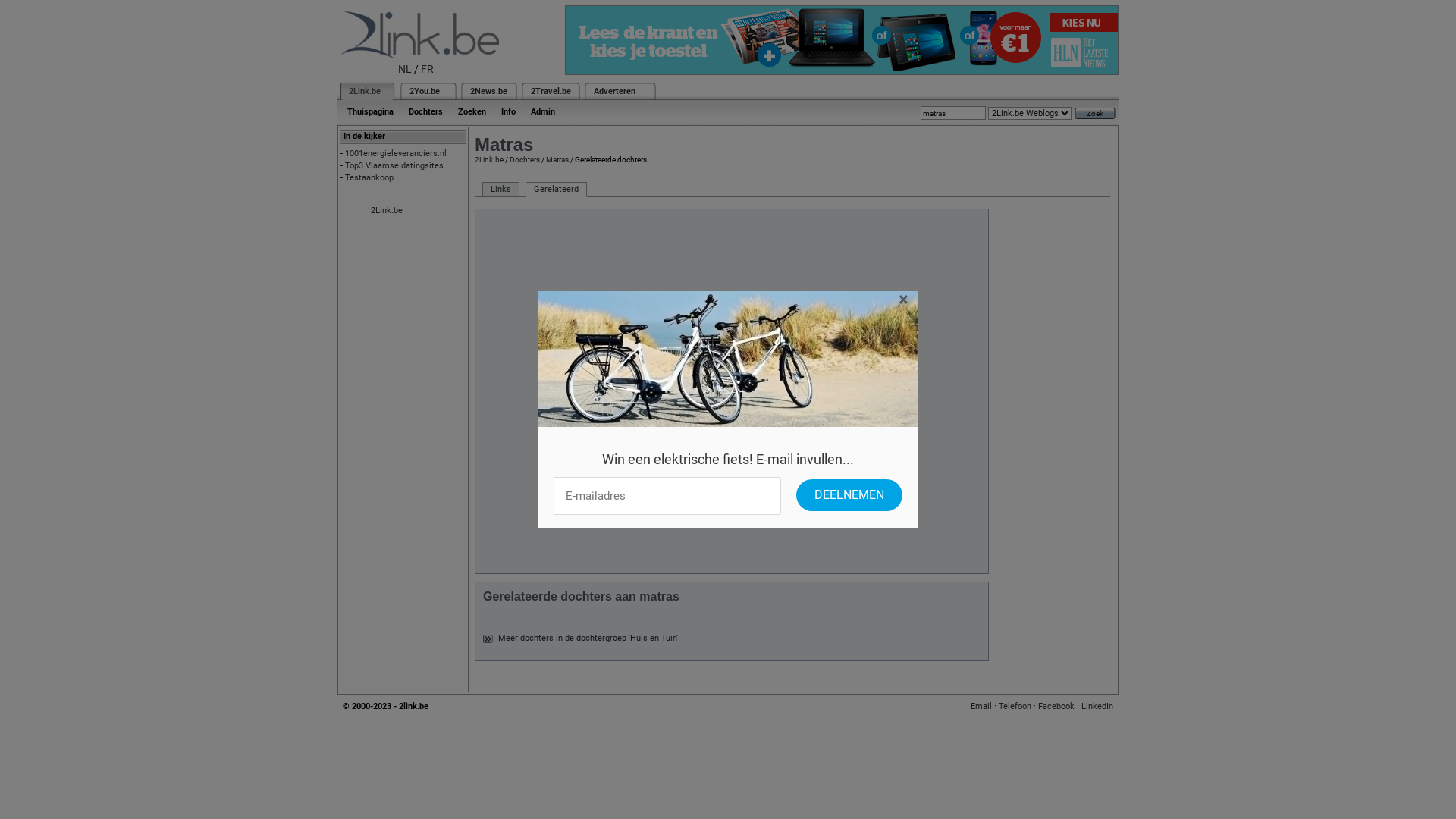  What do you see at coordinates (1097, 706) in the screenshot?
I see `'LinkedIn'` at bounding box center [1097, 706].